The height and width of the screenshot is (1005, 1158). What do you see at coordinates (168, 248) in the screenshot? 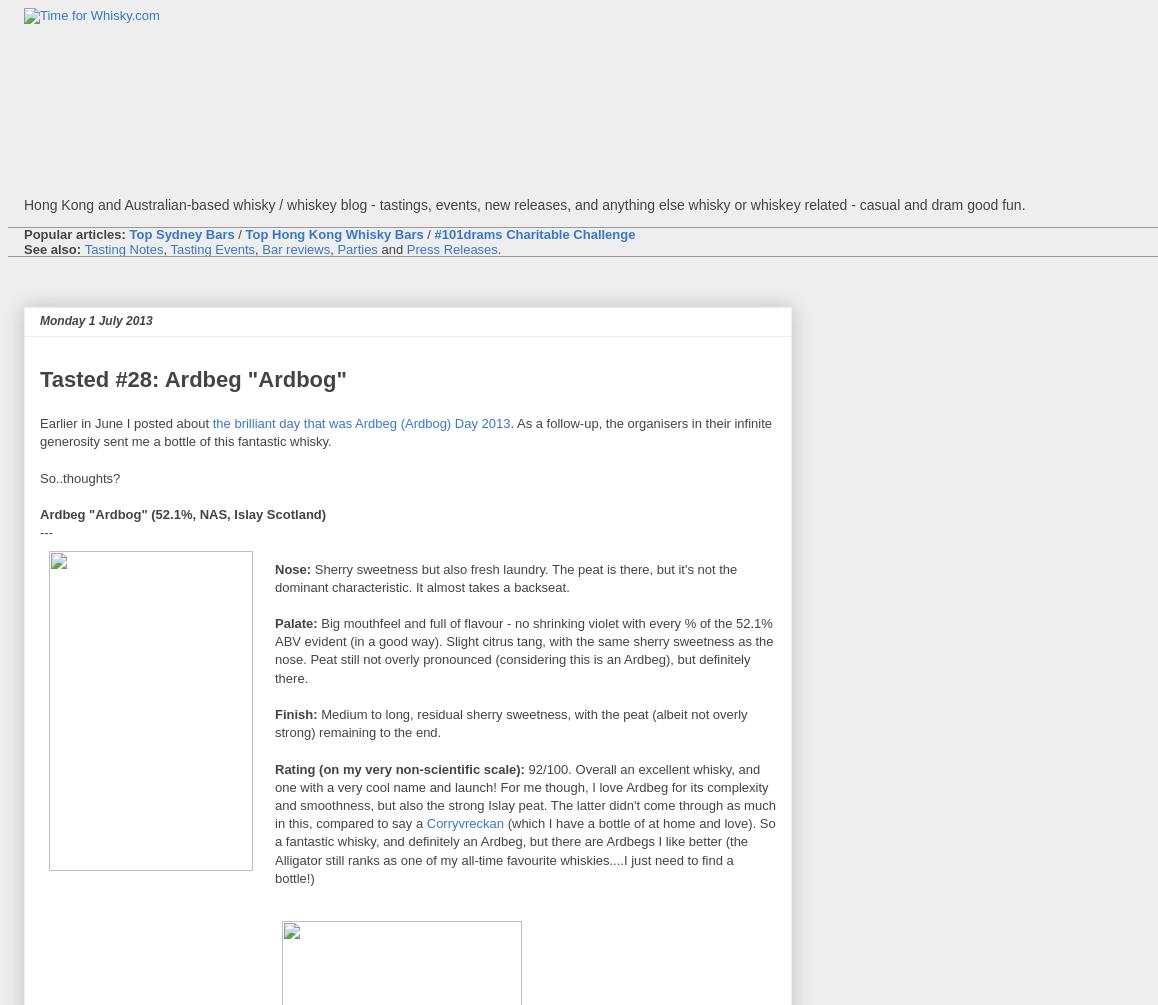
I see `'Tasting Events'` at bounding box center [168, 248].